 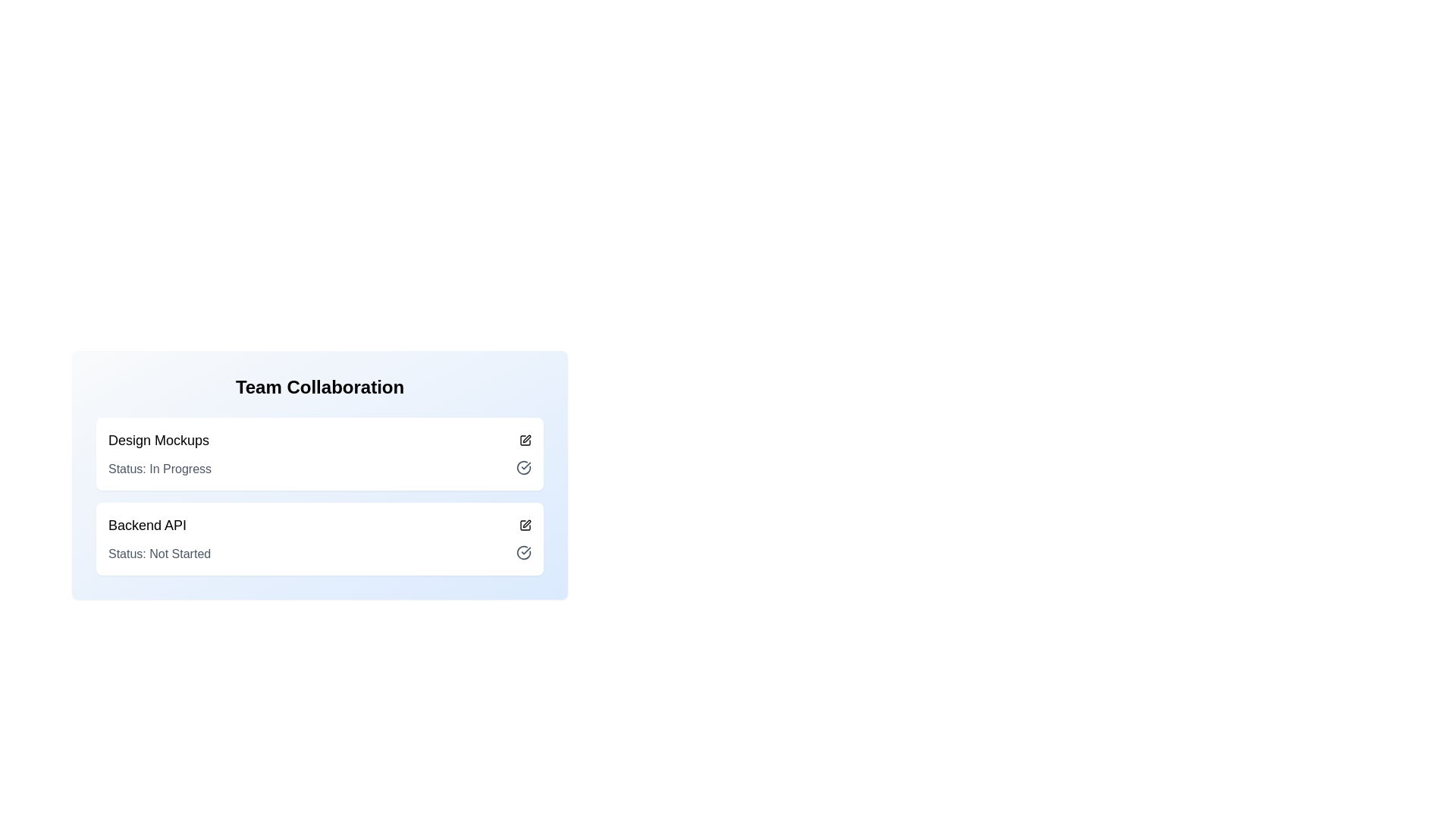 What do you see at coordinates (160, 468) in the screenshot?
I see `the progress status label for the task 'Design Mockups' located under 'Team Collaboration'` at bounding box center [160, 468].